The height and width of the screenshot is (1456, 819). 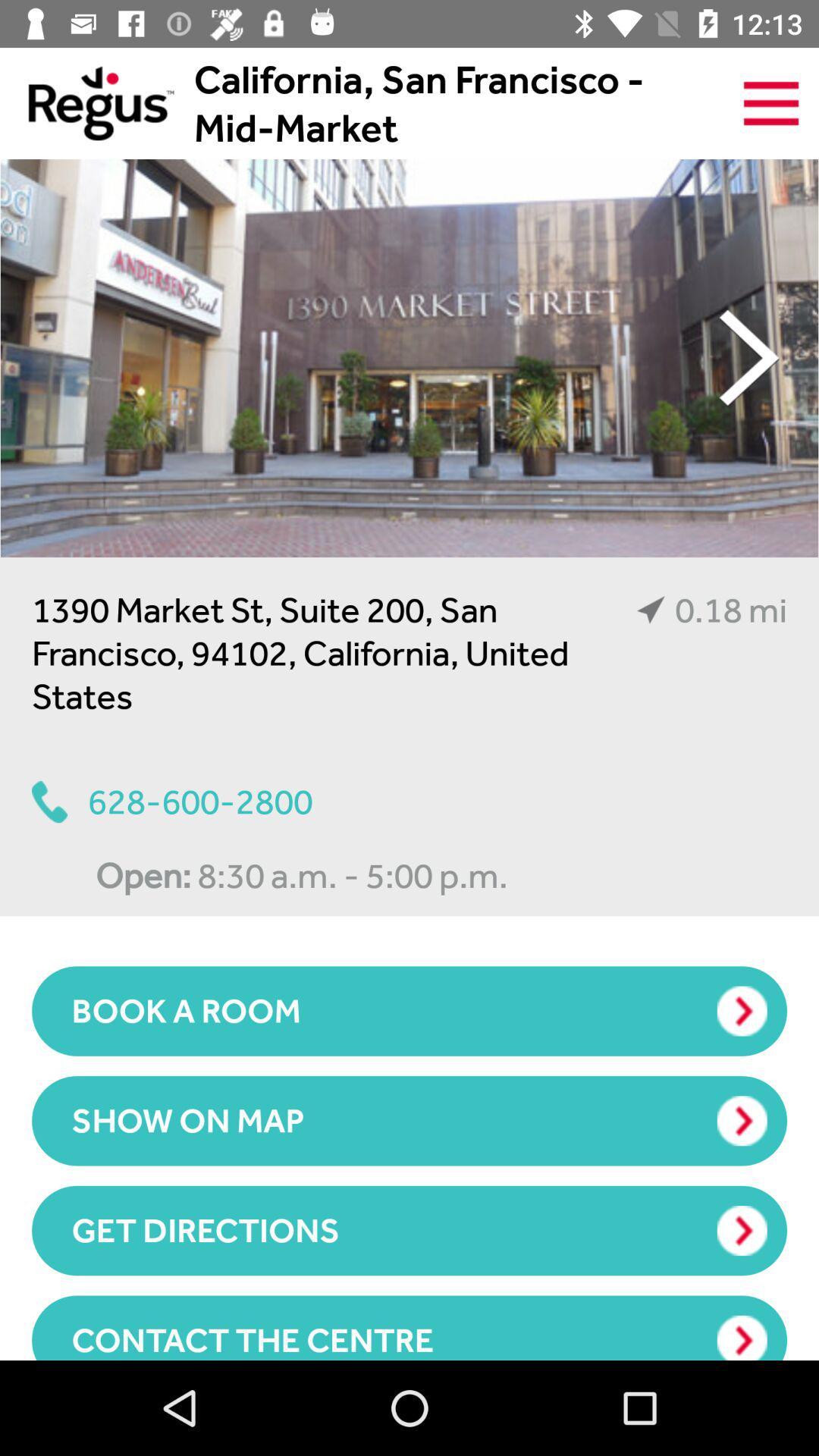 What do you see at coordinates (171, 801) in the screenshot?
I see `628-600-2800 item` at bounding box center [171, 801].